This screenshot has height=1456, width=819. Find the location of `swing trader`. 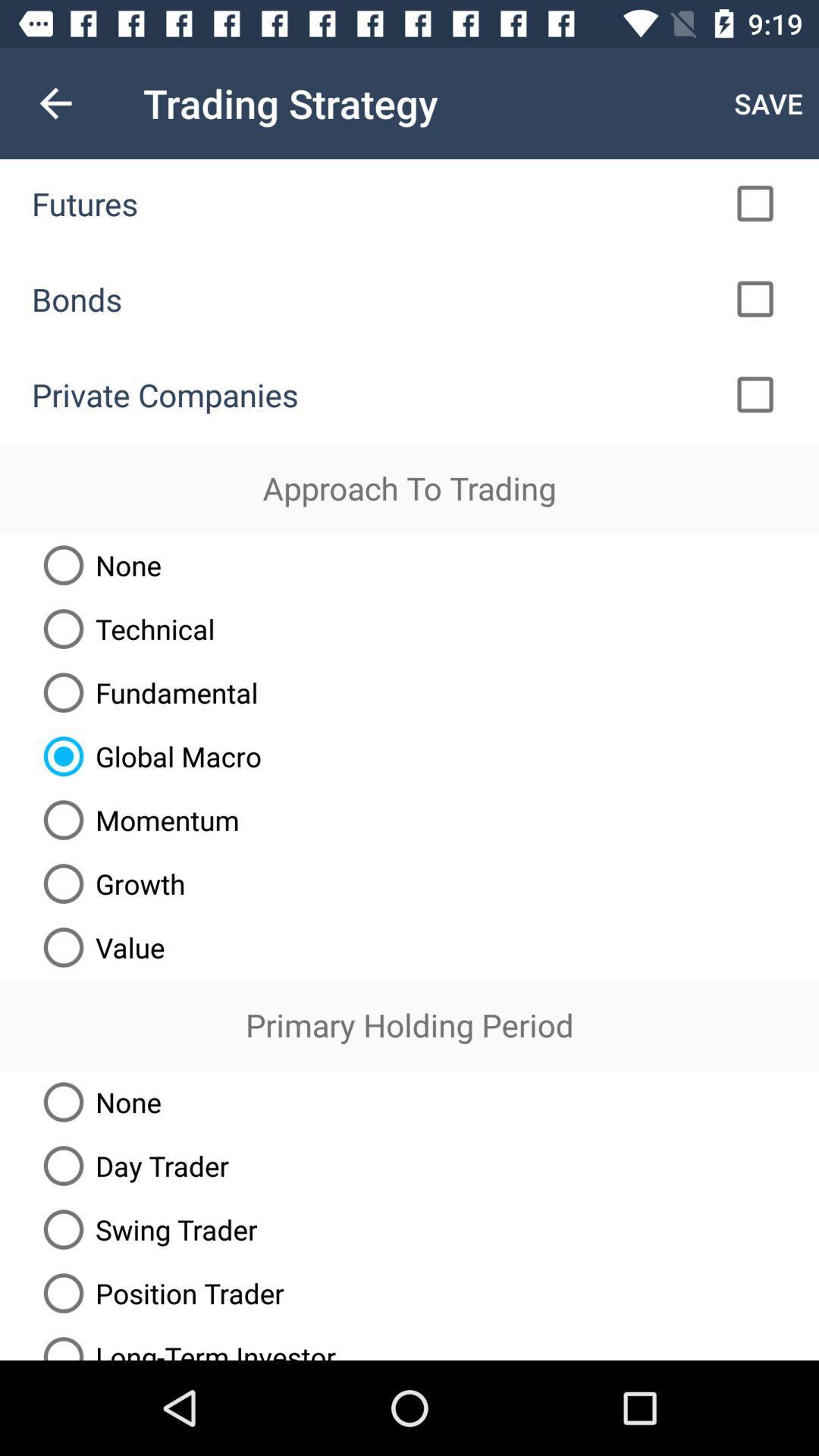

swing trader is located at coordinates (144, 1229).